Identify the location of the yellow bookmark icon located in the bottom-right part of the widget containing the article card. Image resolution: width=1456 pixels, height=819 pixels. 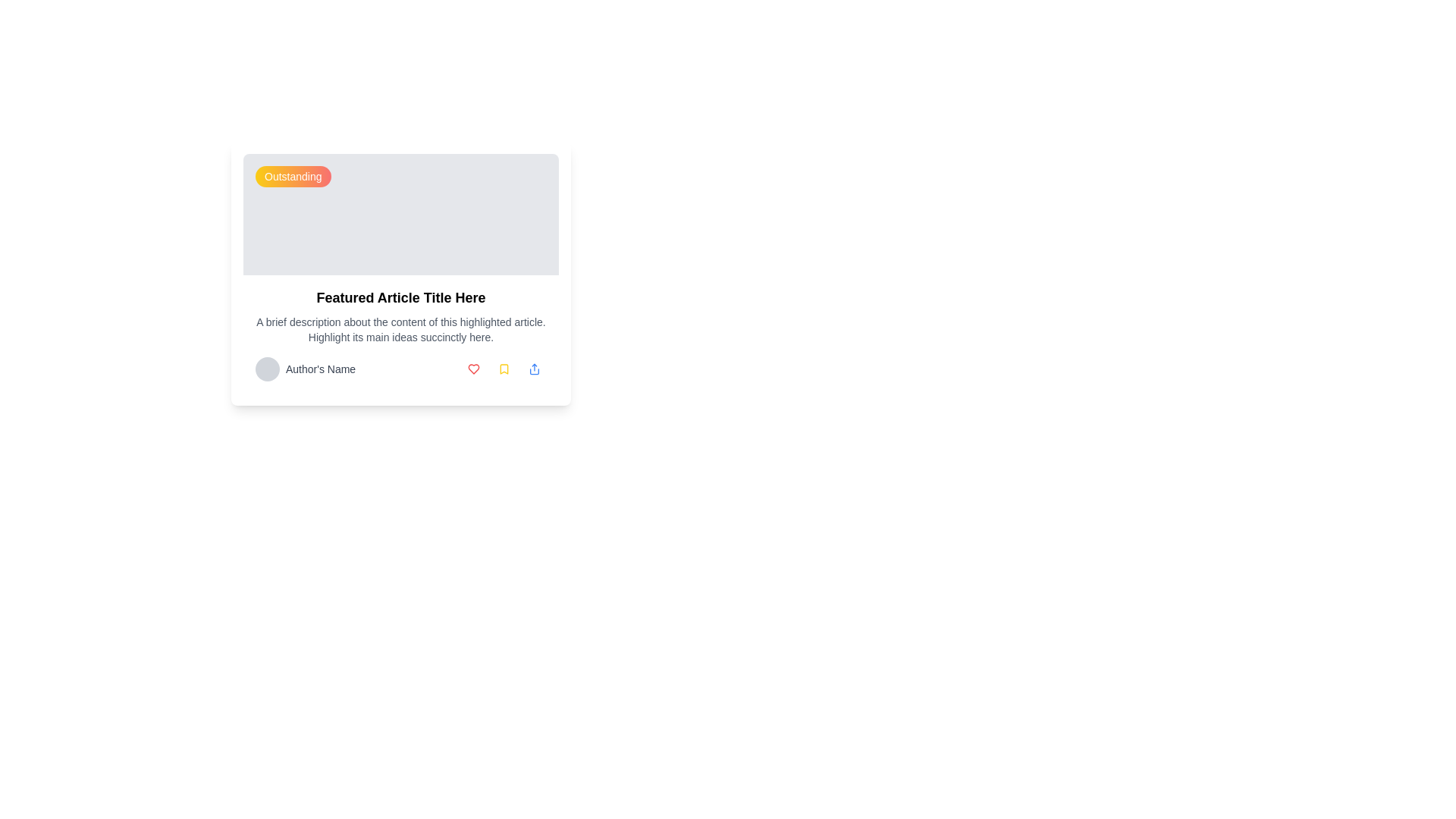
(504, 369).